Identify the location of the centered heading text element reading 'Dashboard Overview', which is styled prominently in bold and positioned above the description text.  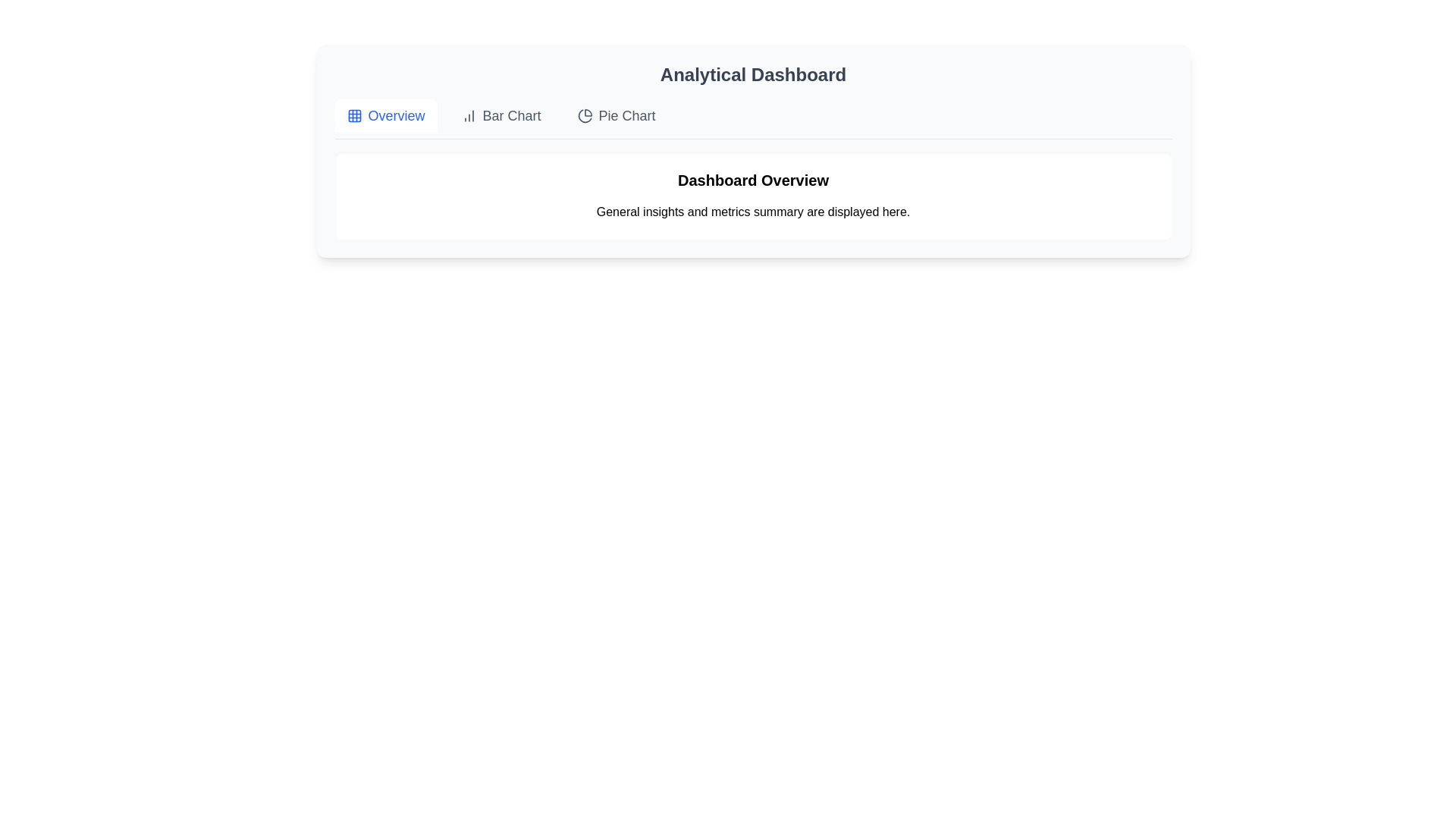
(753, 180).